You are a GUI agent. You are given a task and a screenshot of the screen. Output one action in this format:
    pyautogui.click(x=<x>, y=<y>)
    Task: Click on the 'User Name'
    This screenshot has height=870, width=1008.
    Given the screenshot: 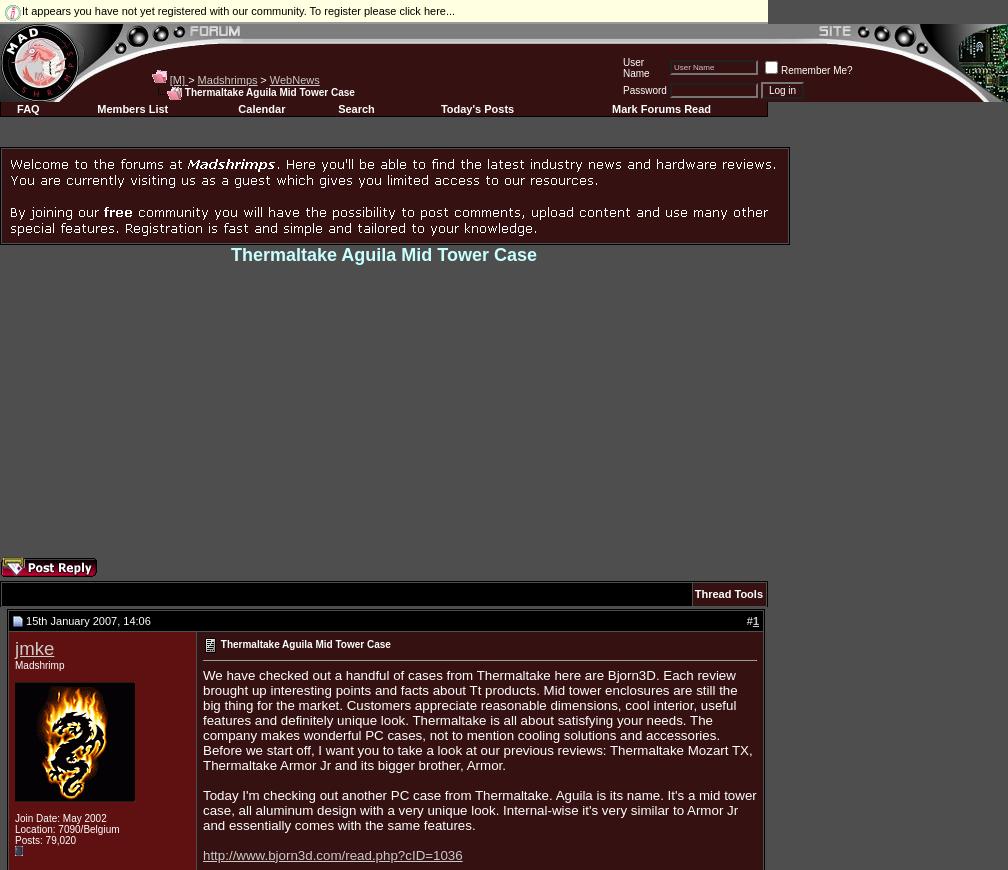 What is the action you would take?
    pyautogui.click(x=636, y=65)
    